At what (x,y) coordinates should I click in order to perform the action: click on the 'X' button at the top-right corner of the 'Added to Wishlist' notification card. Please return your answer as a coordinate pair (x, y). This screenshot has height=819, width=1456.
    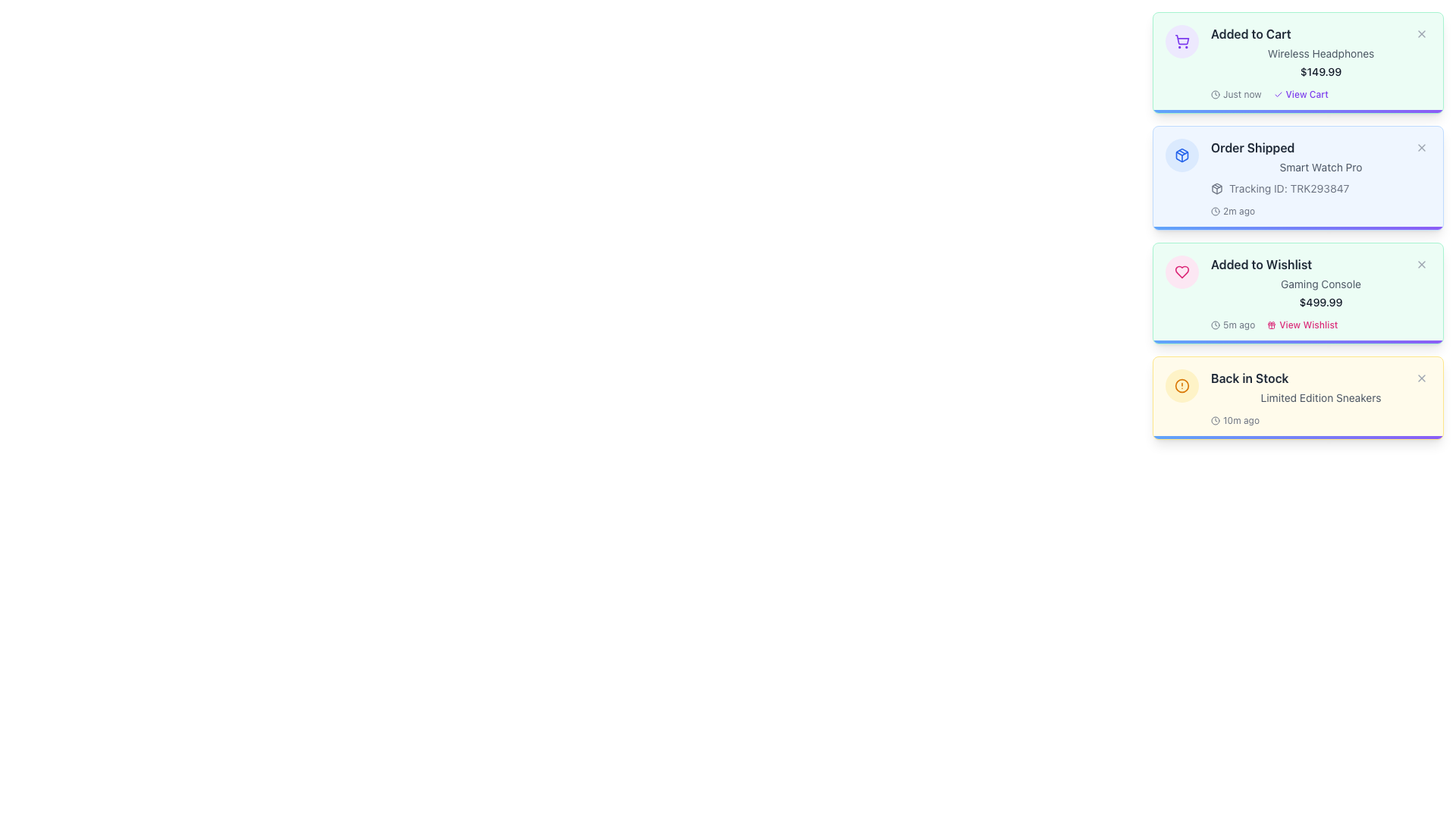
    Looking at the image, I should click on (1421, 263).